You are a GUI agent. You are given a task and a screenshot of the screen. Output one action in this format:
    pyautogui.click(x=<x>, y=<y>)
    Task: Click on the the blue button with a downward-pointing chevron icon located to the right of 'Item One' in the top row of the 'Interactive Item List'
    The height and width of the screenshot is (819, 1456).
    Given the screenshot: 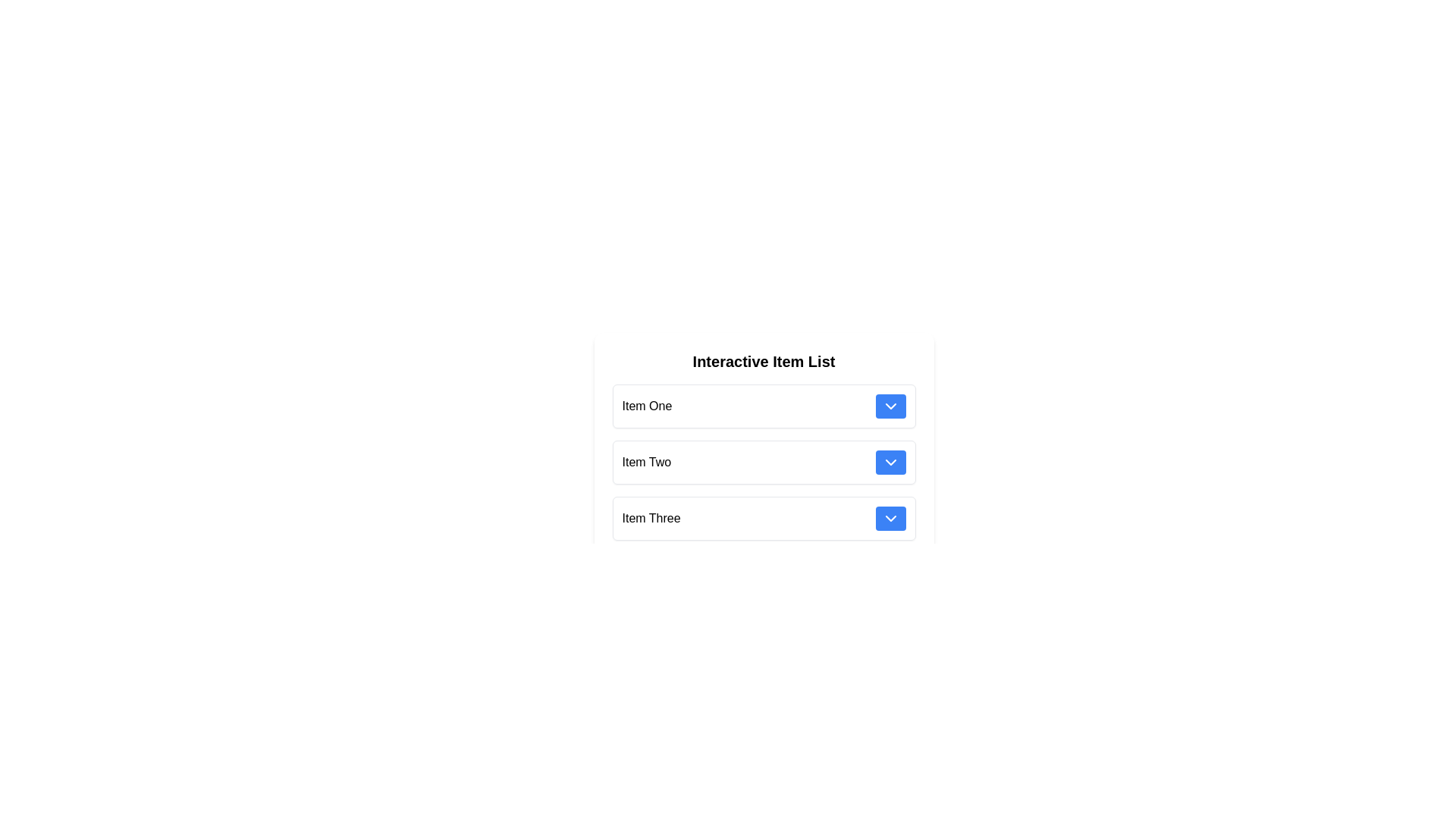 What is the action you would take?
    pyautogui.click(x=890, y=406)
    